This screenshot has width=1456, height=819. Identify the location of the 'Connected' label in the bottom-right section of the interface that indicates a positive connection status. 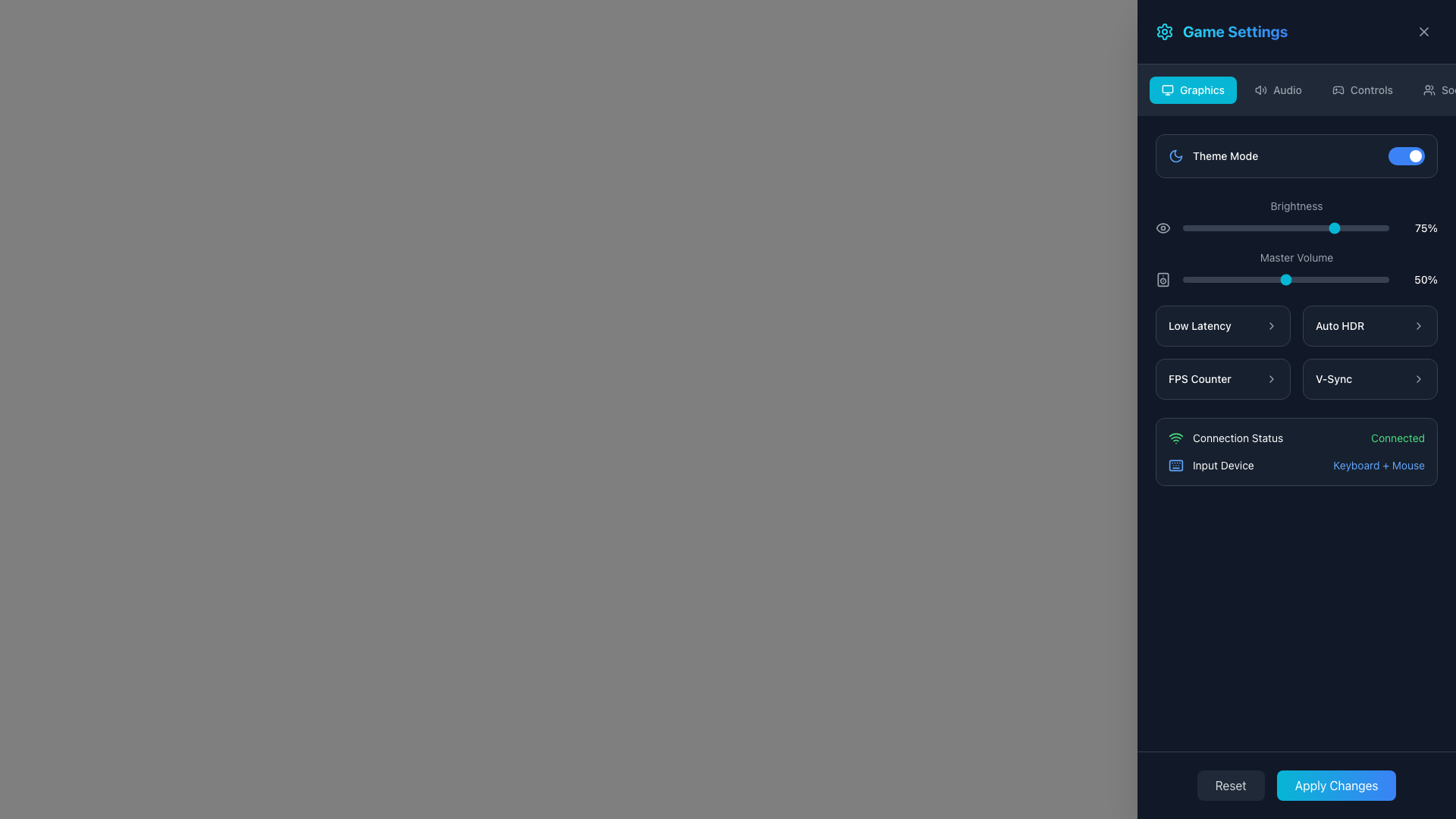
(1397, 438).